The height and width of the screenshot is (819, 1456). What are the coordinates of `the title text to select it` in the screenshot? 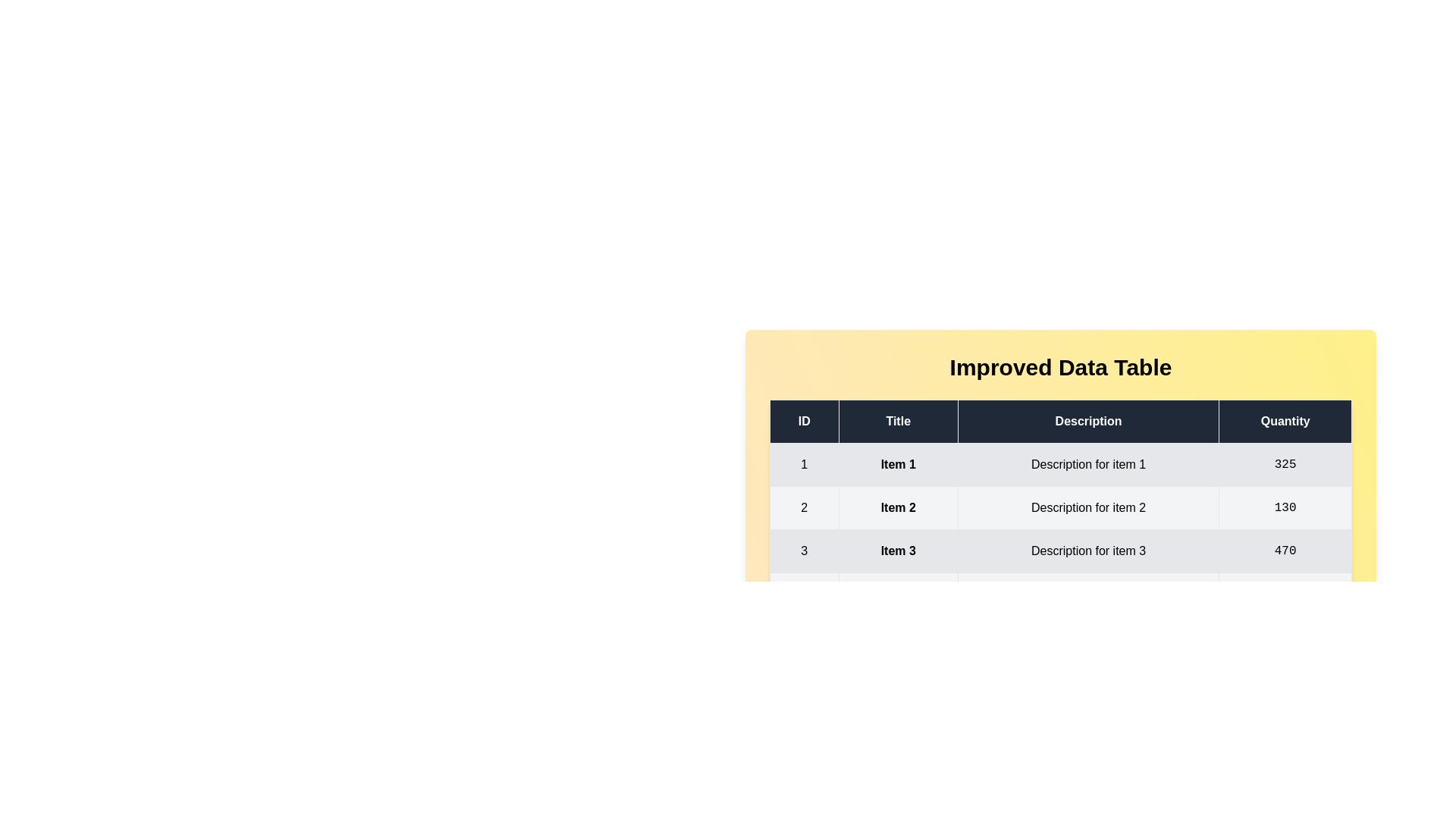 It's located at (1059, 368).